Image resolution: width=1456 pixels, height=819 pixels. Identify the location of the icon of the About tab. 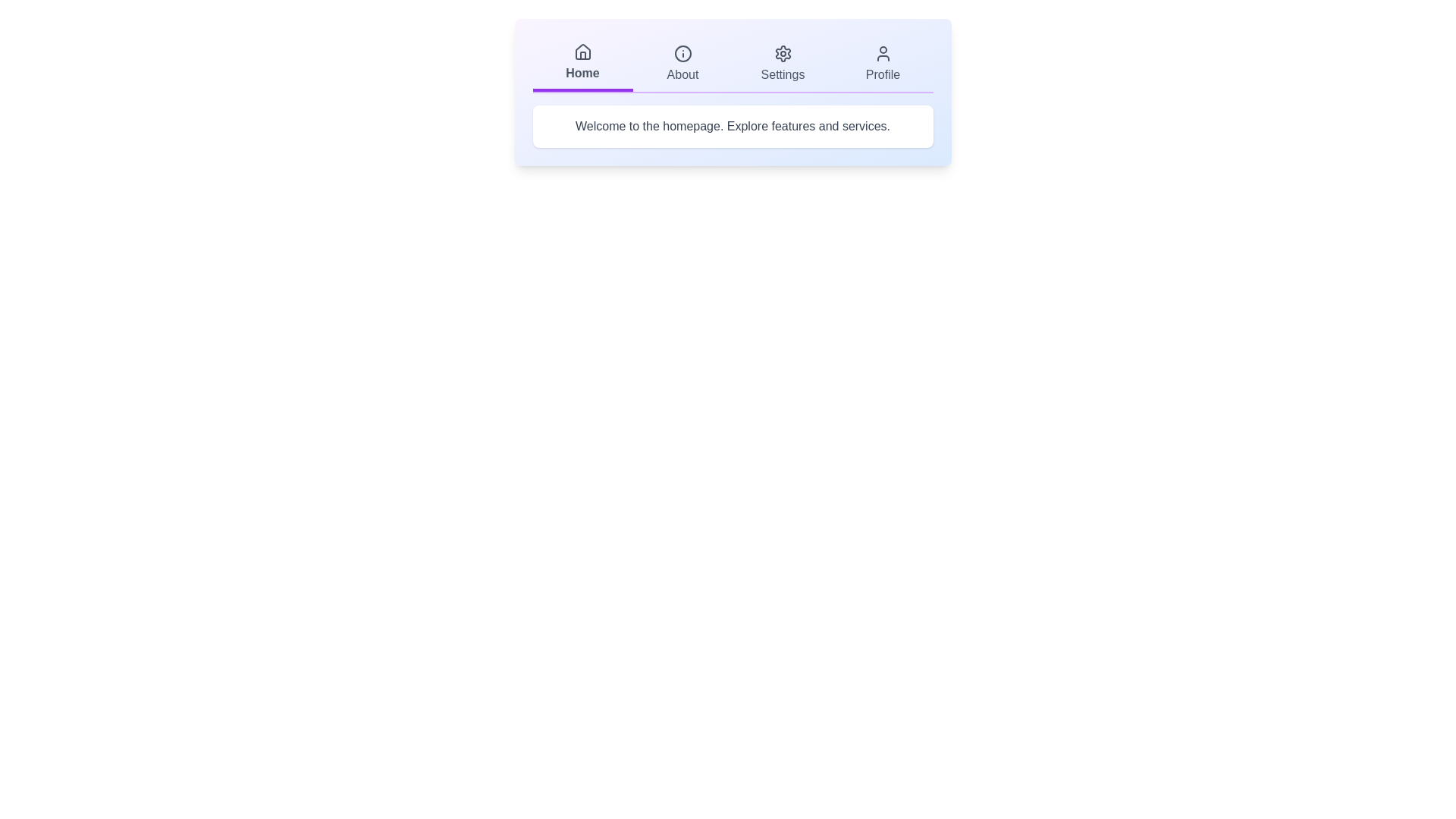
(682, 52).